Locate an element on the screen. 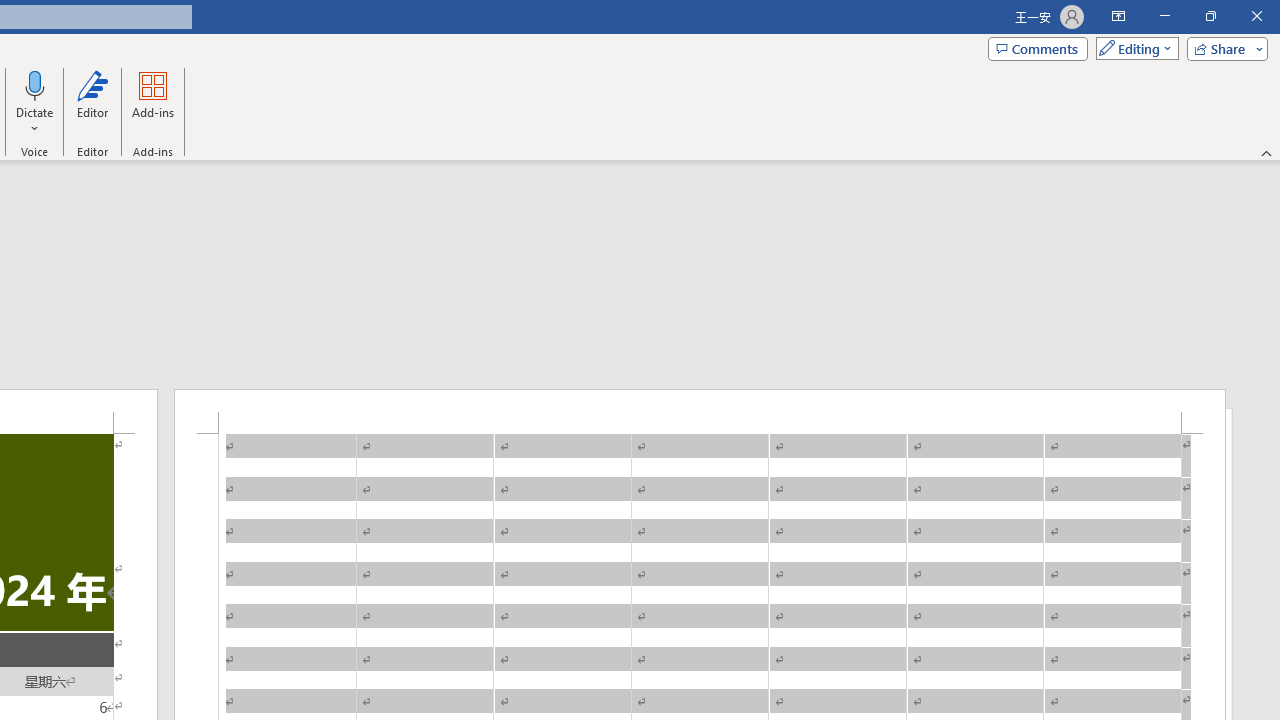  'Dictate' is located at coordinates (35, 84).